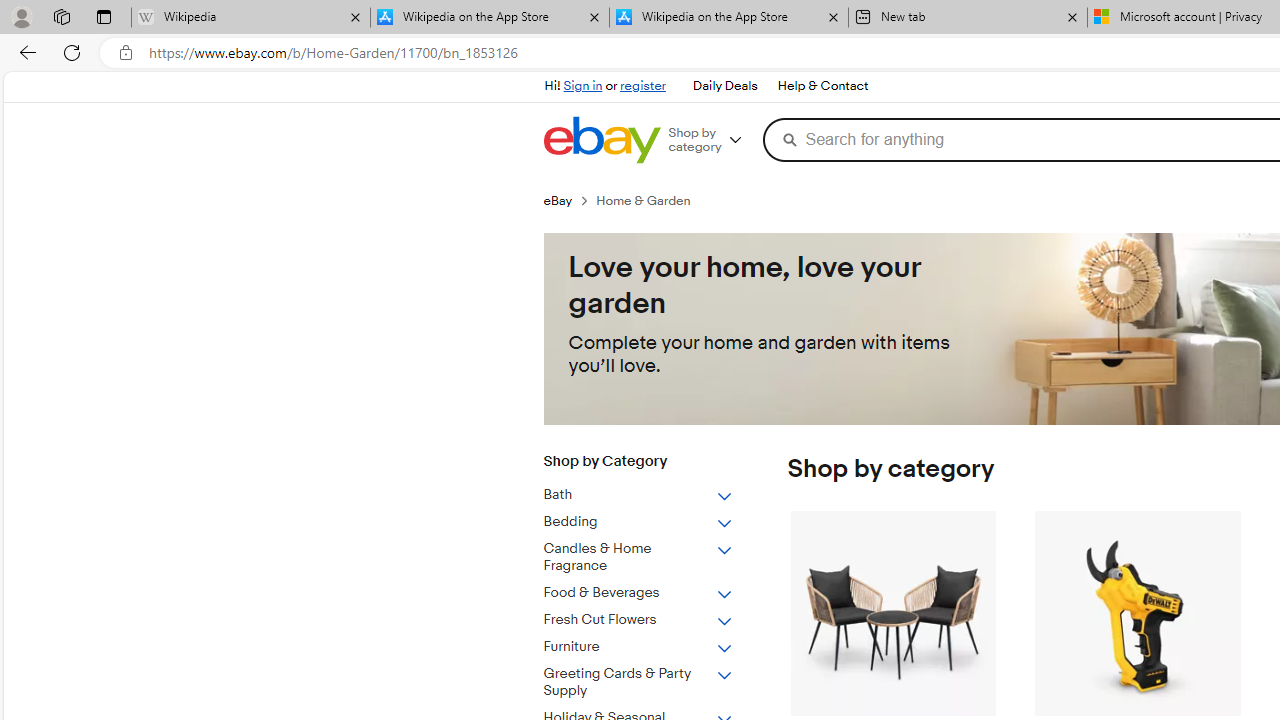 This screenshot has width=1280, height=720. What do you see at coordinates (653, 517) in the screenshot?
I see `'Bedding'` at bounding box center [653, 517].